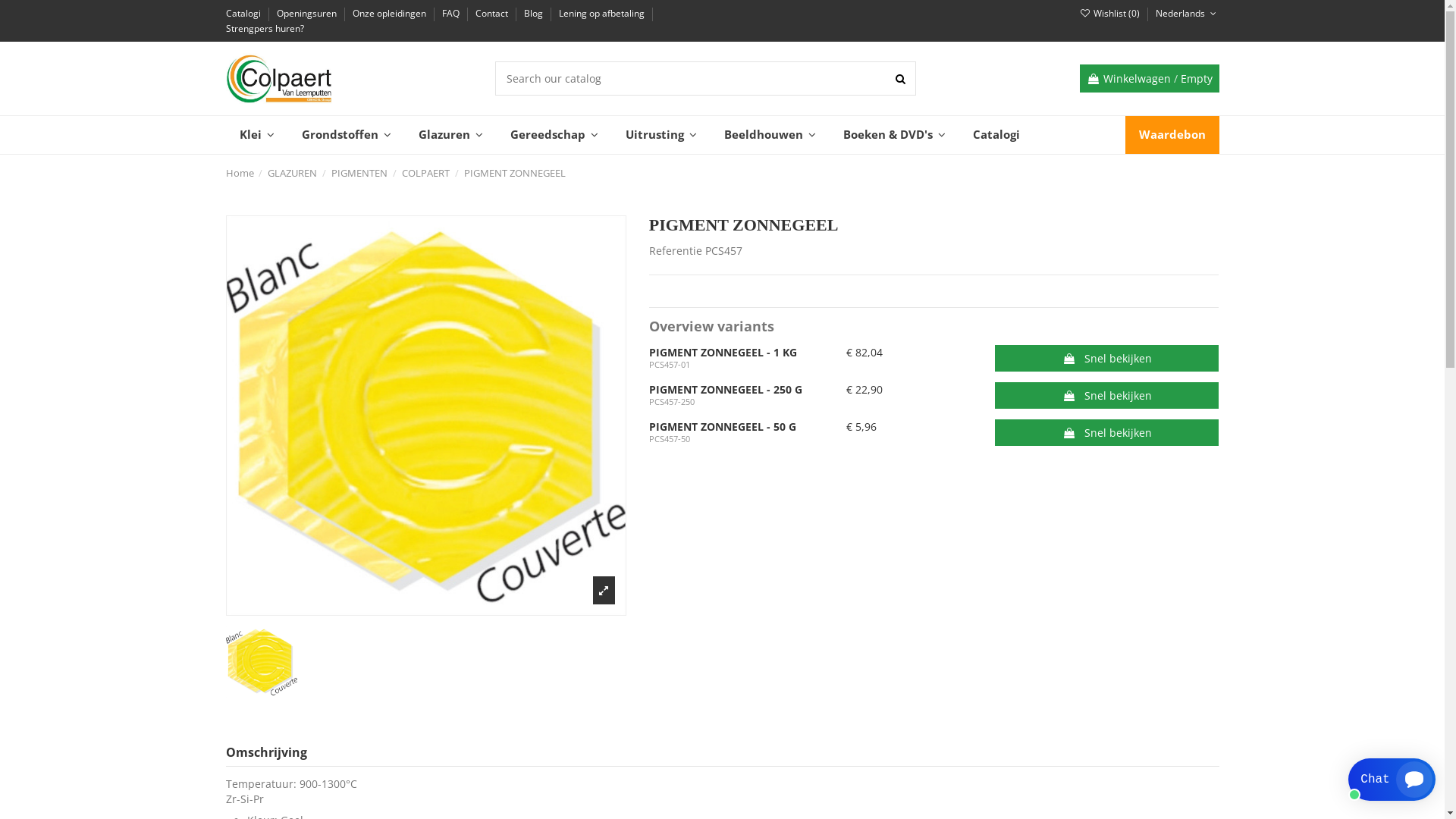 The image size is (1456, 819). I want to click on 'Winkelwagen / Empty', so click(1150, 79).